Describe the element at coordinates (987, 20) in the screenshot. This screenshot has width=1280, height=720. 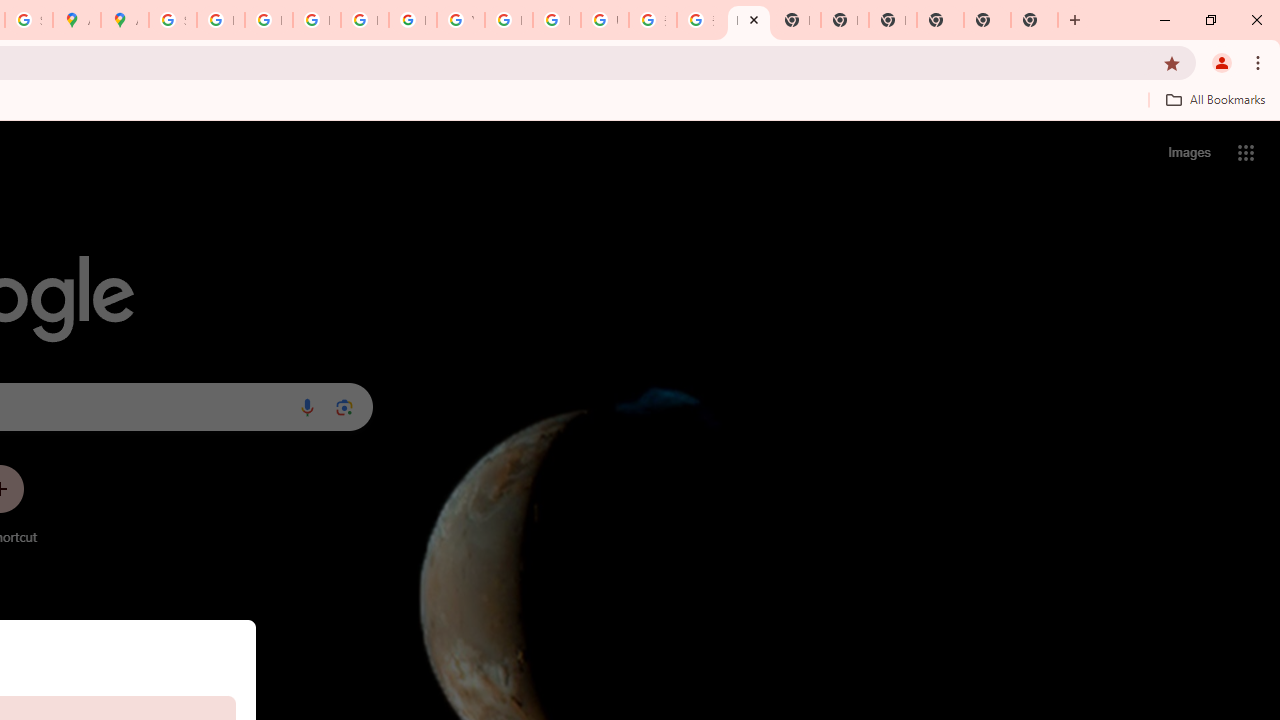
I see `'New Tab'` at that location.